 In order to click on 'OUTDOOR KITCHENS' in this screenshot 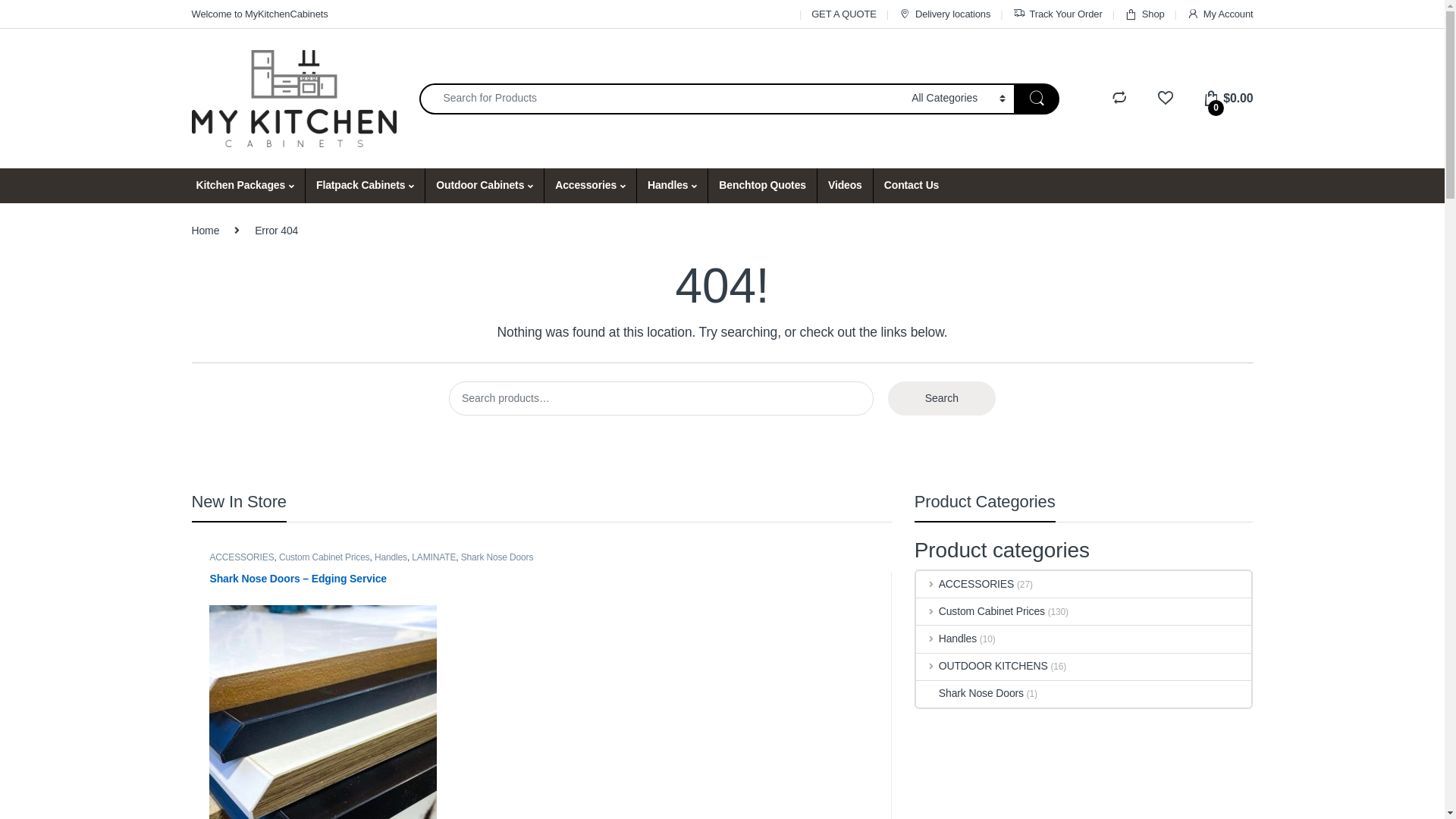, I will do `click(982, 666)`.